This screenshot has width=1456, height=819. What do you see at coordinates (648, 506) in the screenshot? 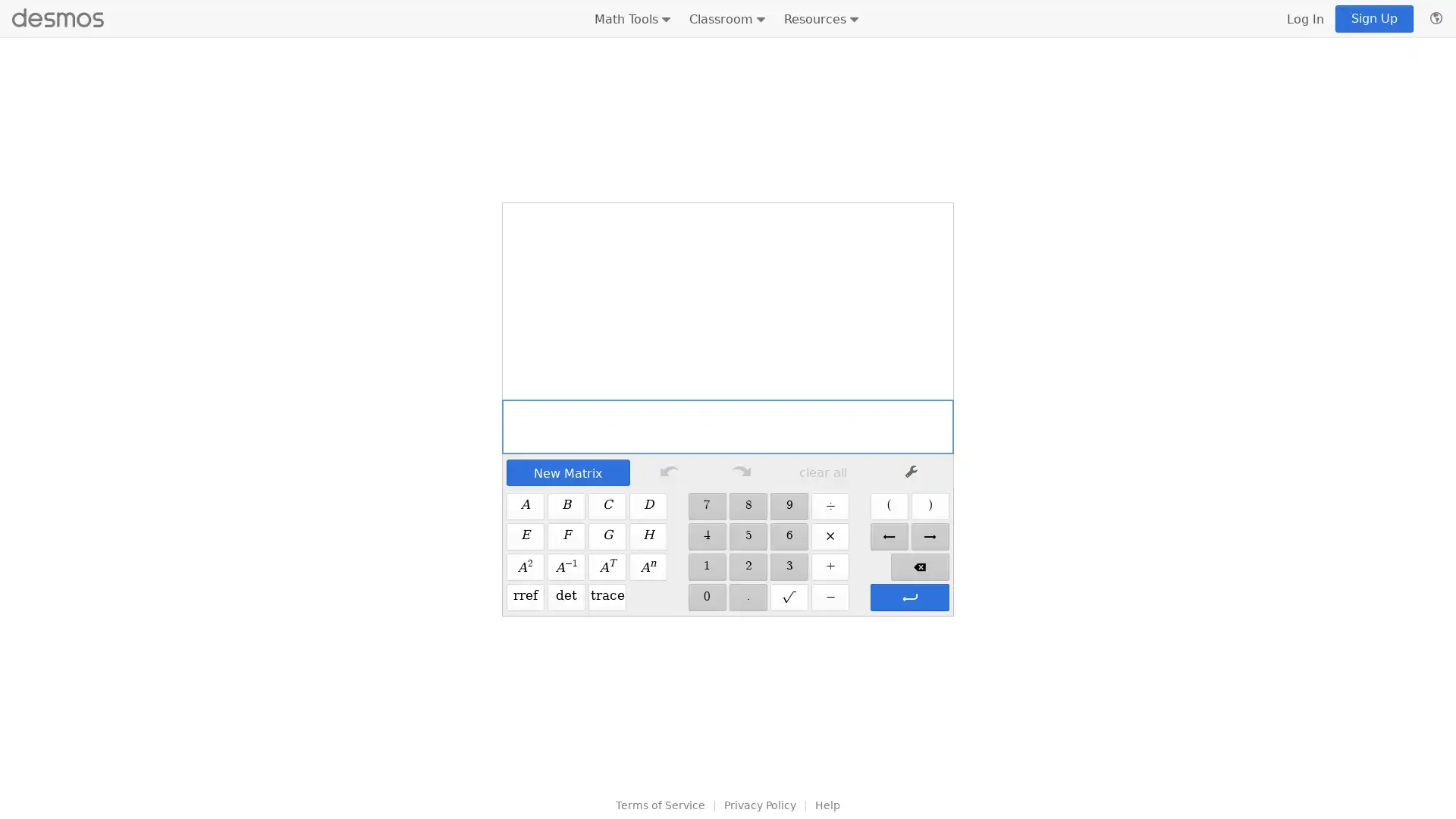
I see `D` at bounding box center [648, 506].